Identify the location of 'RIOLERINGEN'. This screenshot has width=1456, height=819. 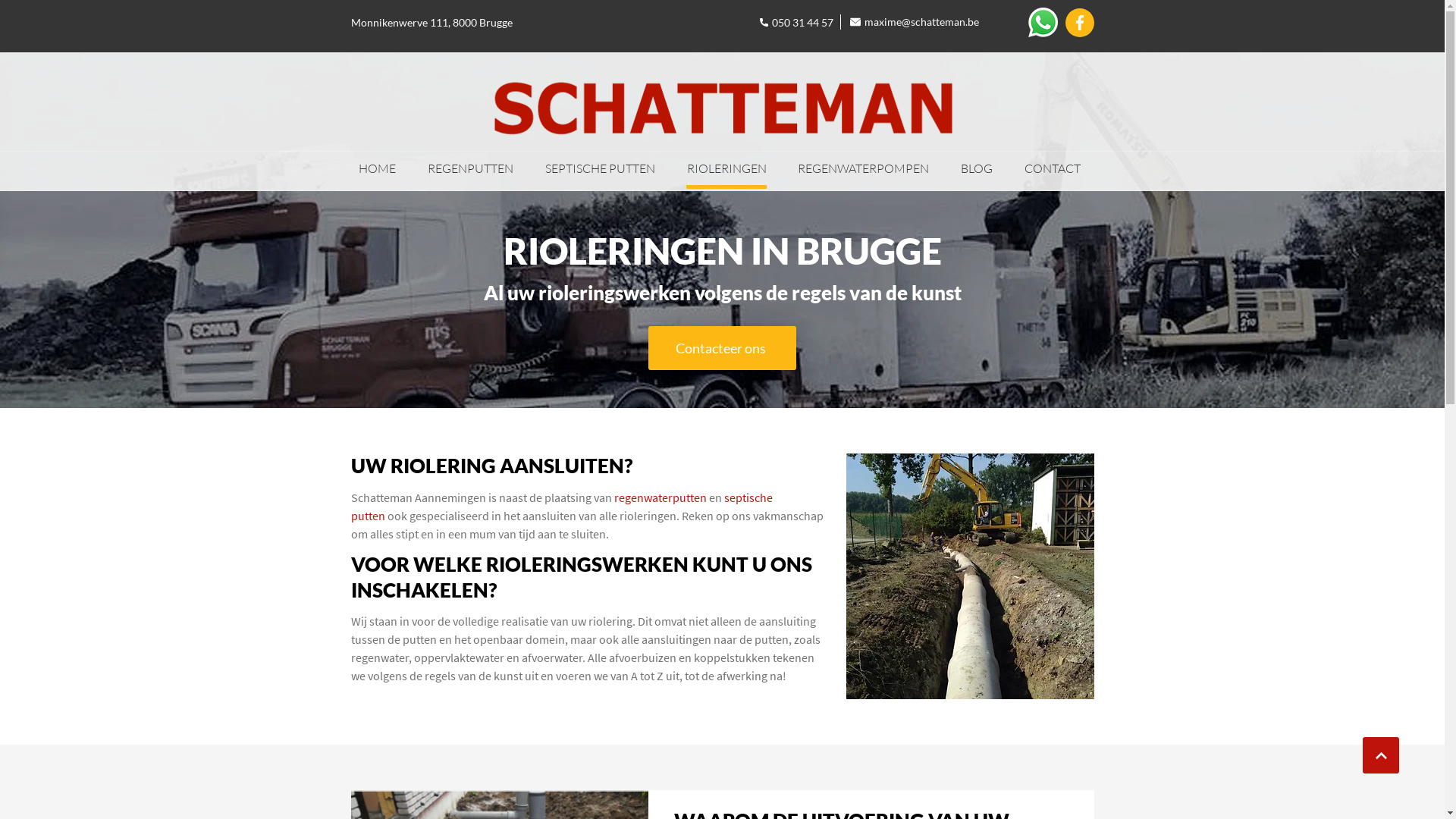
(686, 170).